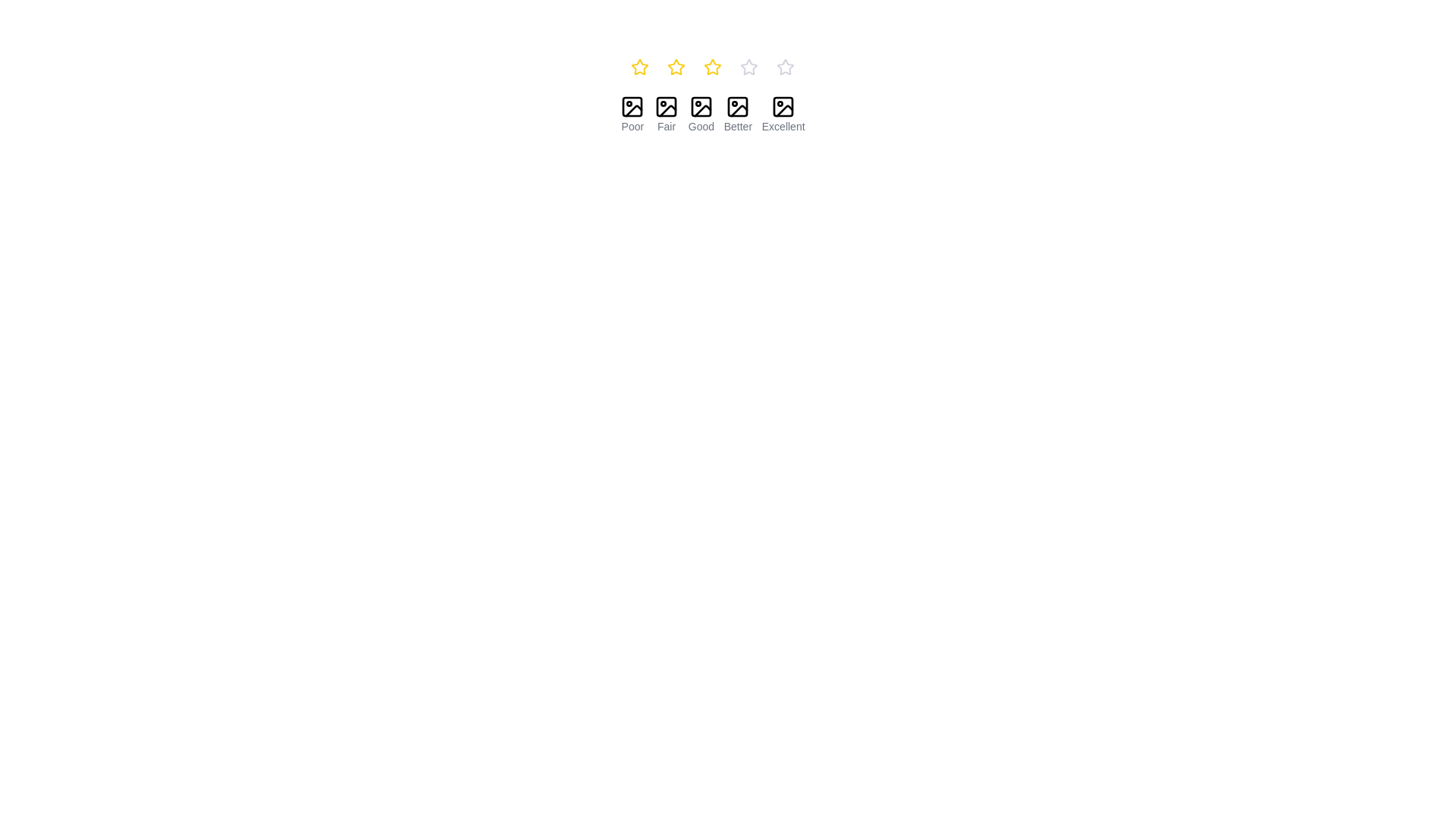 This screenshot has height=819, width=1456. I want to click on the 'Fair' rating option component, which consists of an icon with a black outline and the label 'Fair' in small gray font, positioned between the 'Poor' and 'Good' elements, so click(666, 113).